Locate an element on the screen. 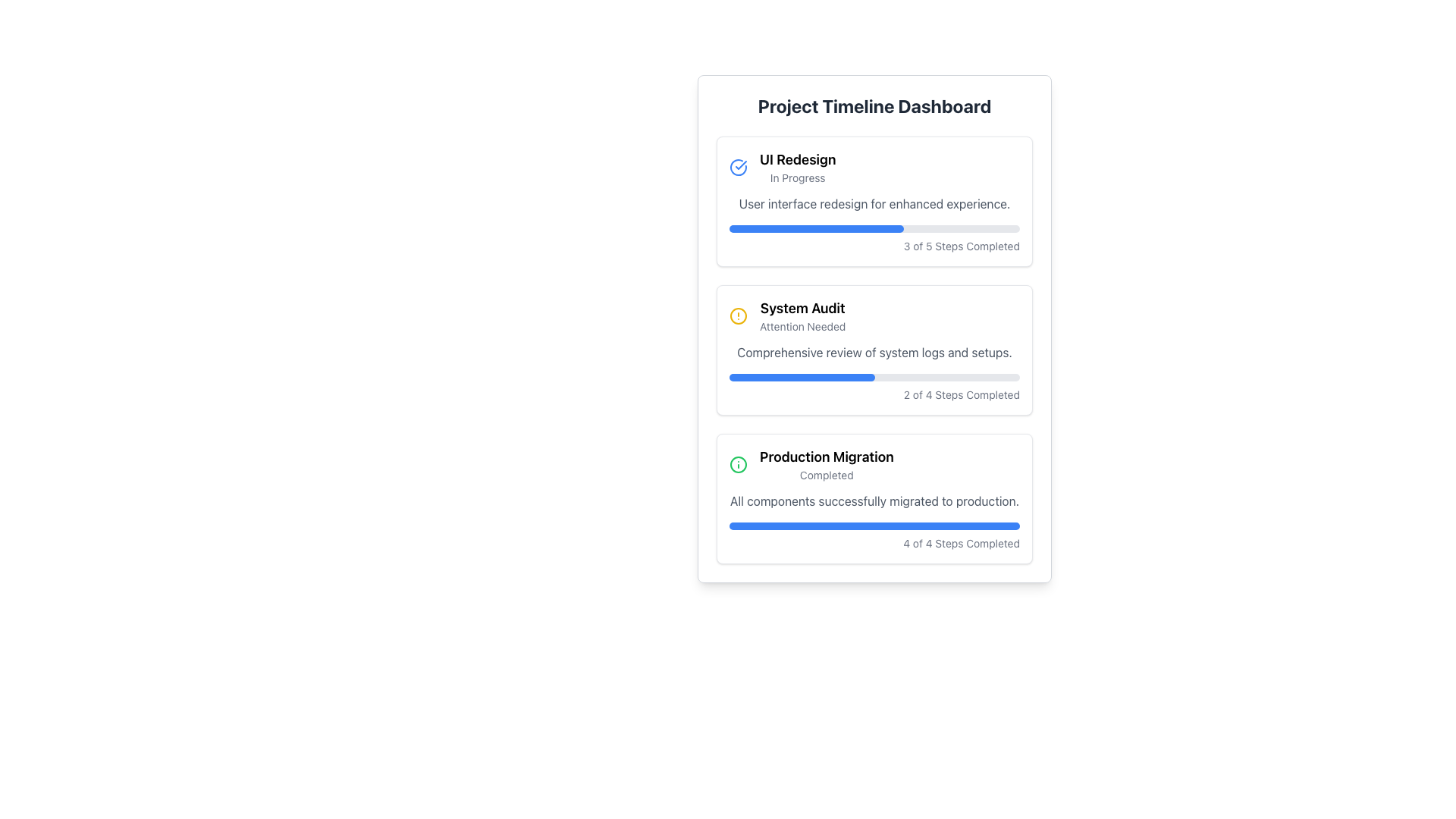 The image size is (1456, 819). the text display element that shows the status of the project task 'Production Migration' marked as 'Completed' in the Project Timeline Dashboard is located at coordinates (826, 464).